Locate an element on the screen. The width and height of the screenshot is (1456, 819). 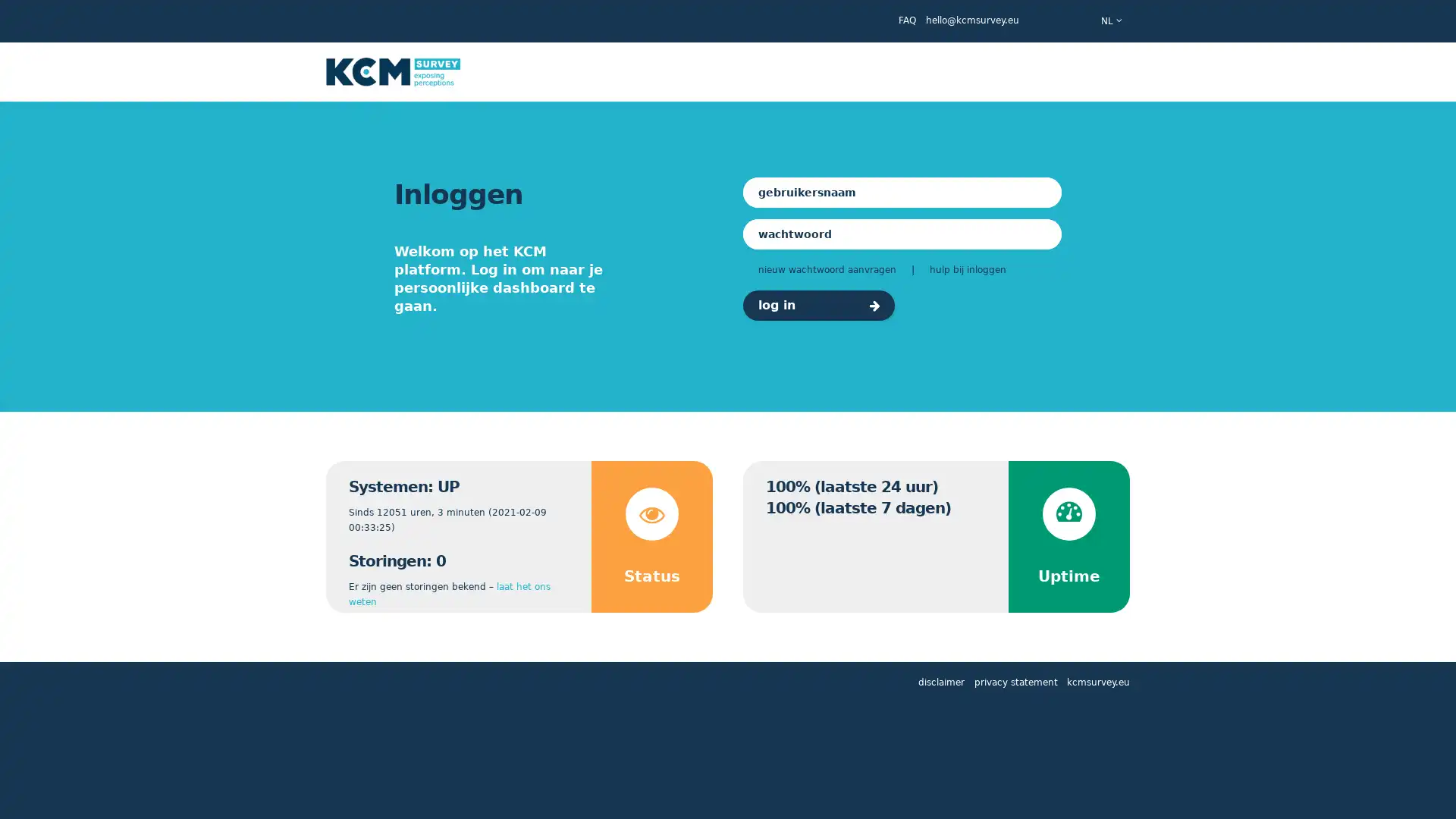
log in is located at coordinates (818, 304).